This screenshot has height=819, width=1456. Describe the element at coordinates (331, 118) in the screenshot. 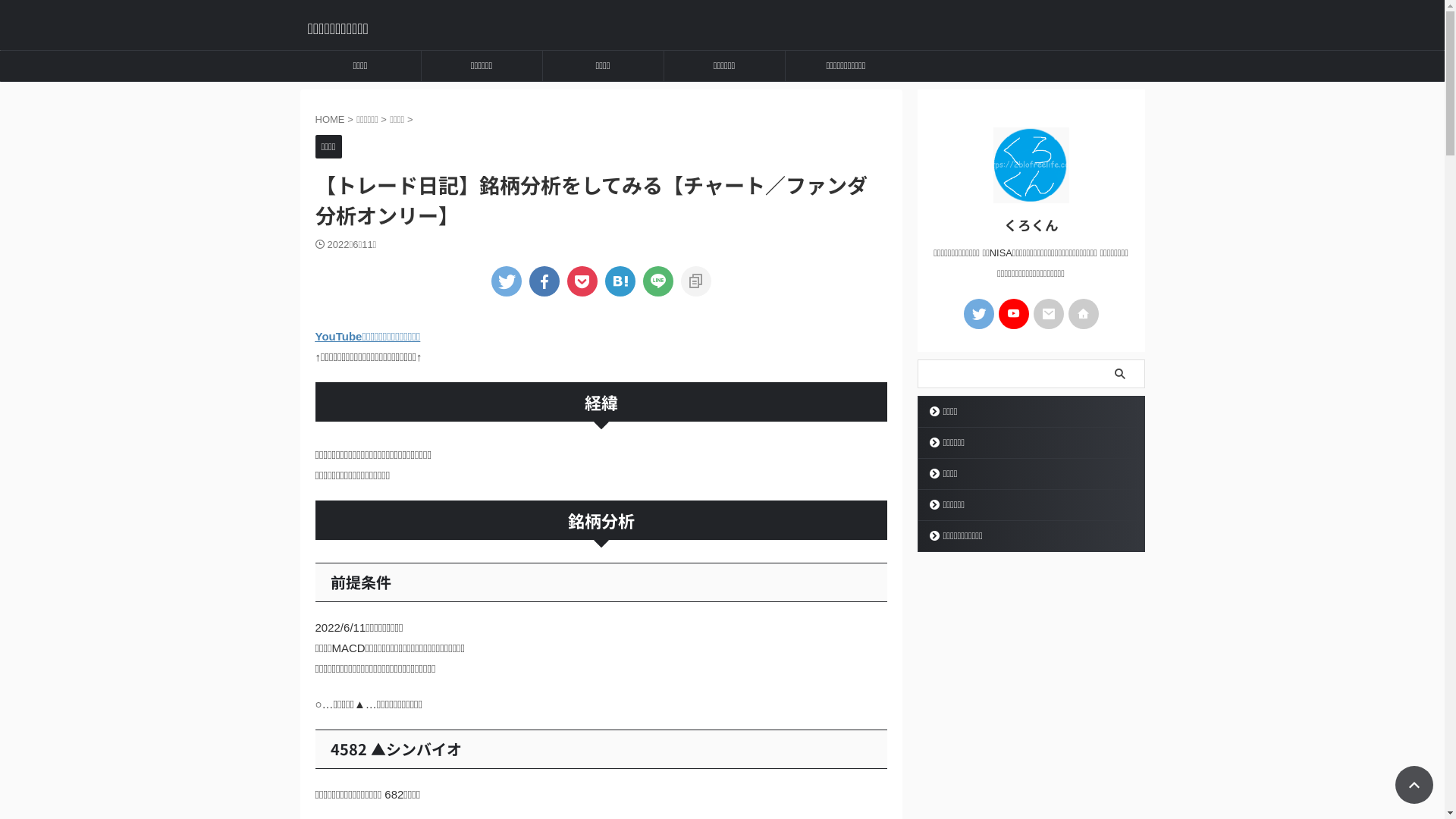

I see `'HOME'` at that location.